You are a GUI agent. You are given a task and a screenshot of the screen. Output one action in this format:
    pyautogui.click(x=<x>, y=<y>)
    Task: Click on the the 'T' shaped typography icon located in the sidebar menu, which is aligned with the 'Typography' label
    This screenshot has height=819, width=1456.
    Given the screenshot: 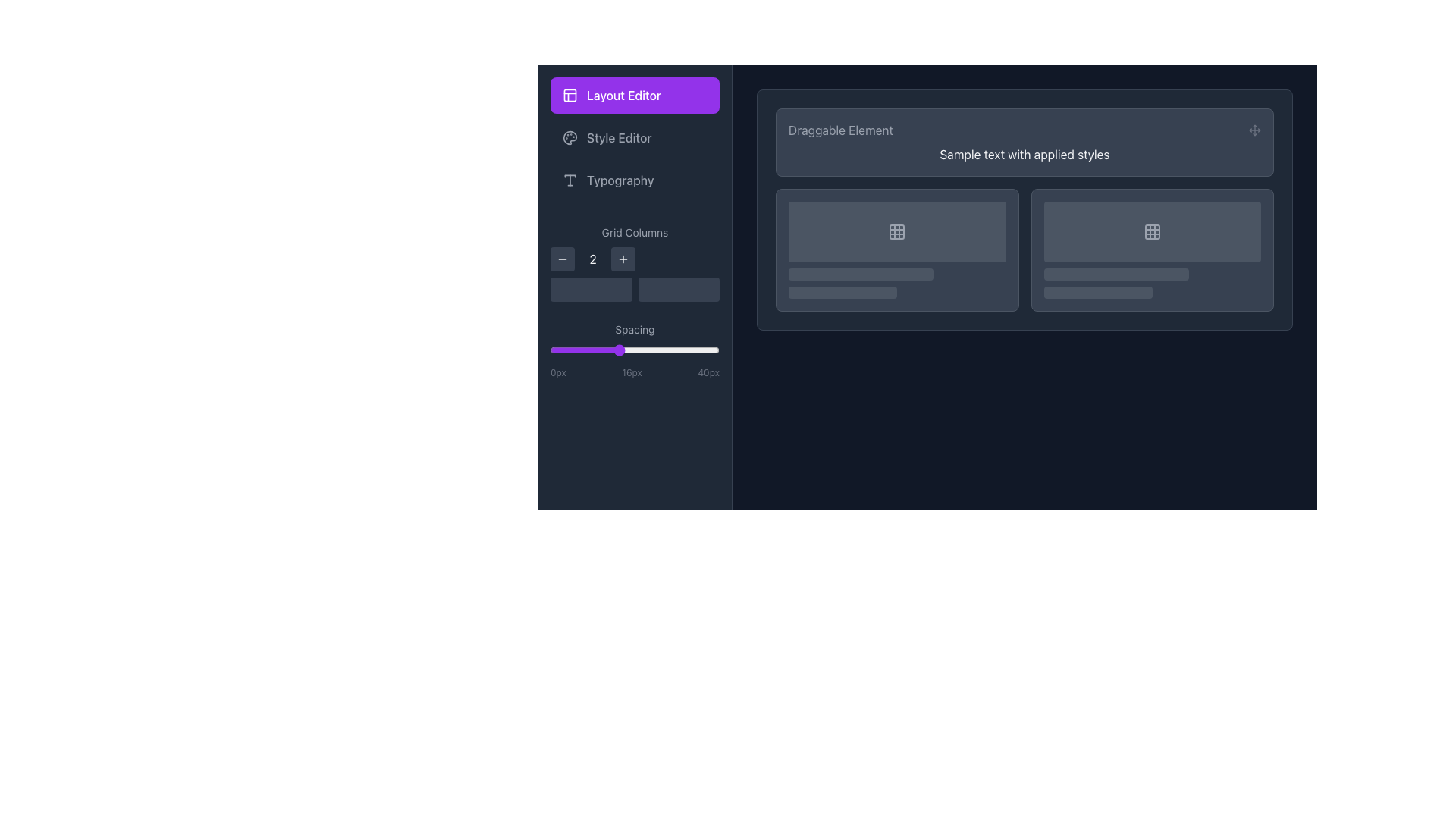 What is the action you would take?
    pyautogui.click(x=570, y=180)
    